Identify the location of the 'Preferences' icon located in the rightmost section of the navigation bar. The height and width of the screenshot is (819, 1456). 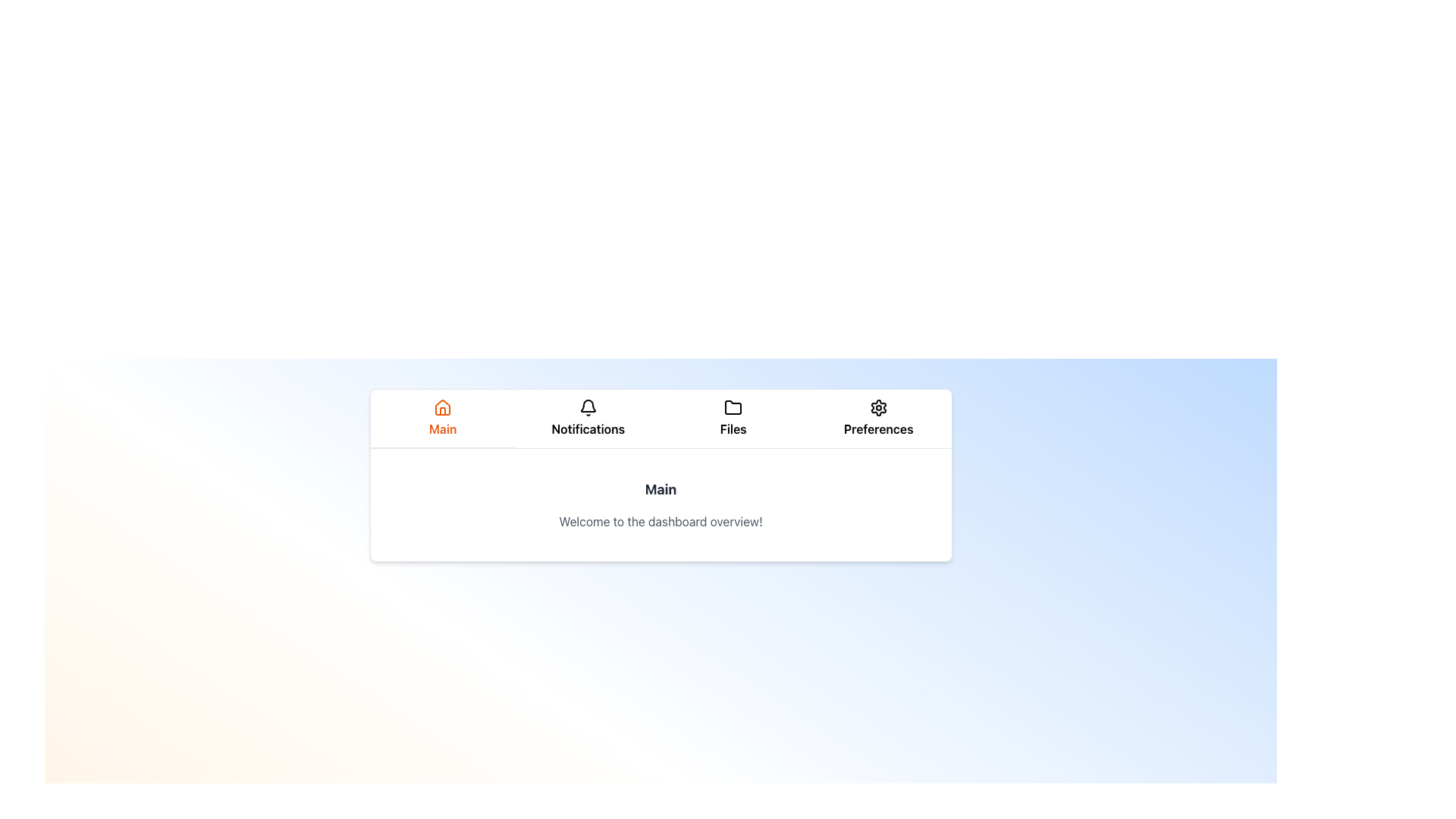
(878, 406).